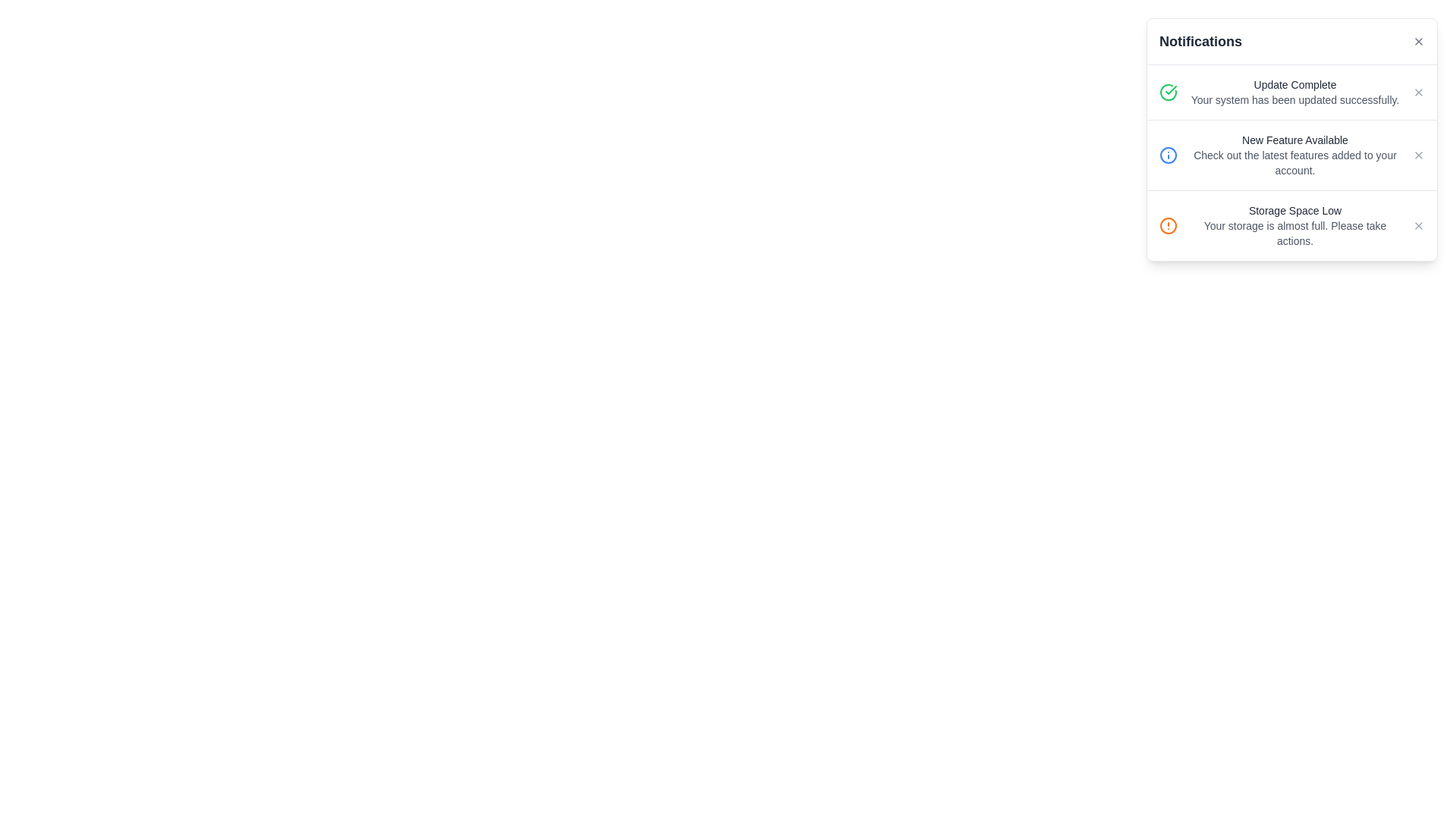 The height and width of the screenshot is (819, 1456). Describe the element at coordinates (1294, 234) in the screenshot. I see `the text label displaying the message 'Your storage is almost full. Please take actions.' located beneath 'Storage Space Low' and adjacent to an orange warning icon` at that location.